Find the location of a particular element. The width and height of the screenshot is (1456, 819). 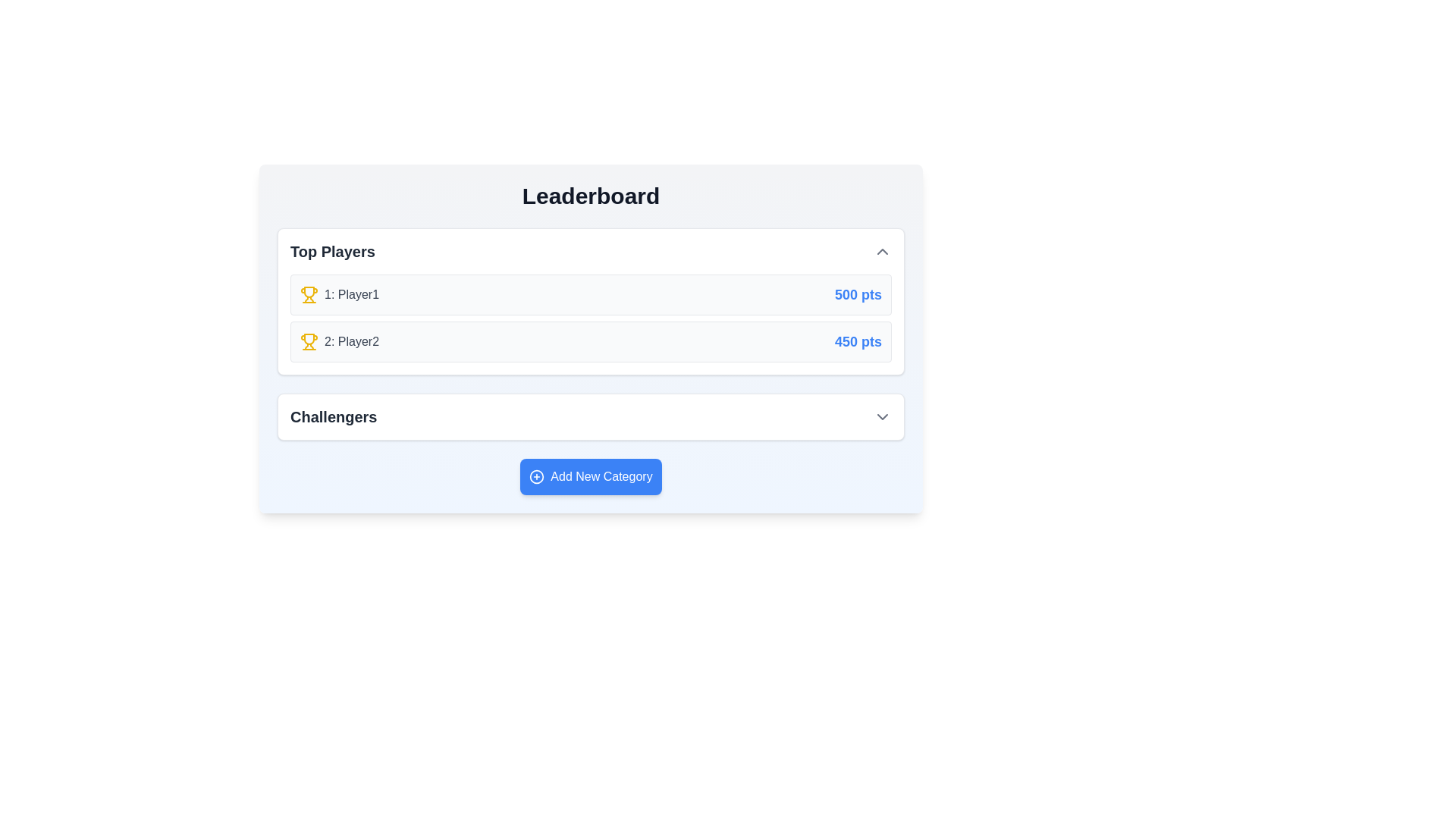

the leaderboard entry displaying the second-highest-ranked player, which shows the player's rank, name, and score, located in the 'Top Players' section is located at coordinates (590, 342).